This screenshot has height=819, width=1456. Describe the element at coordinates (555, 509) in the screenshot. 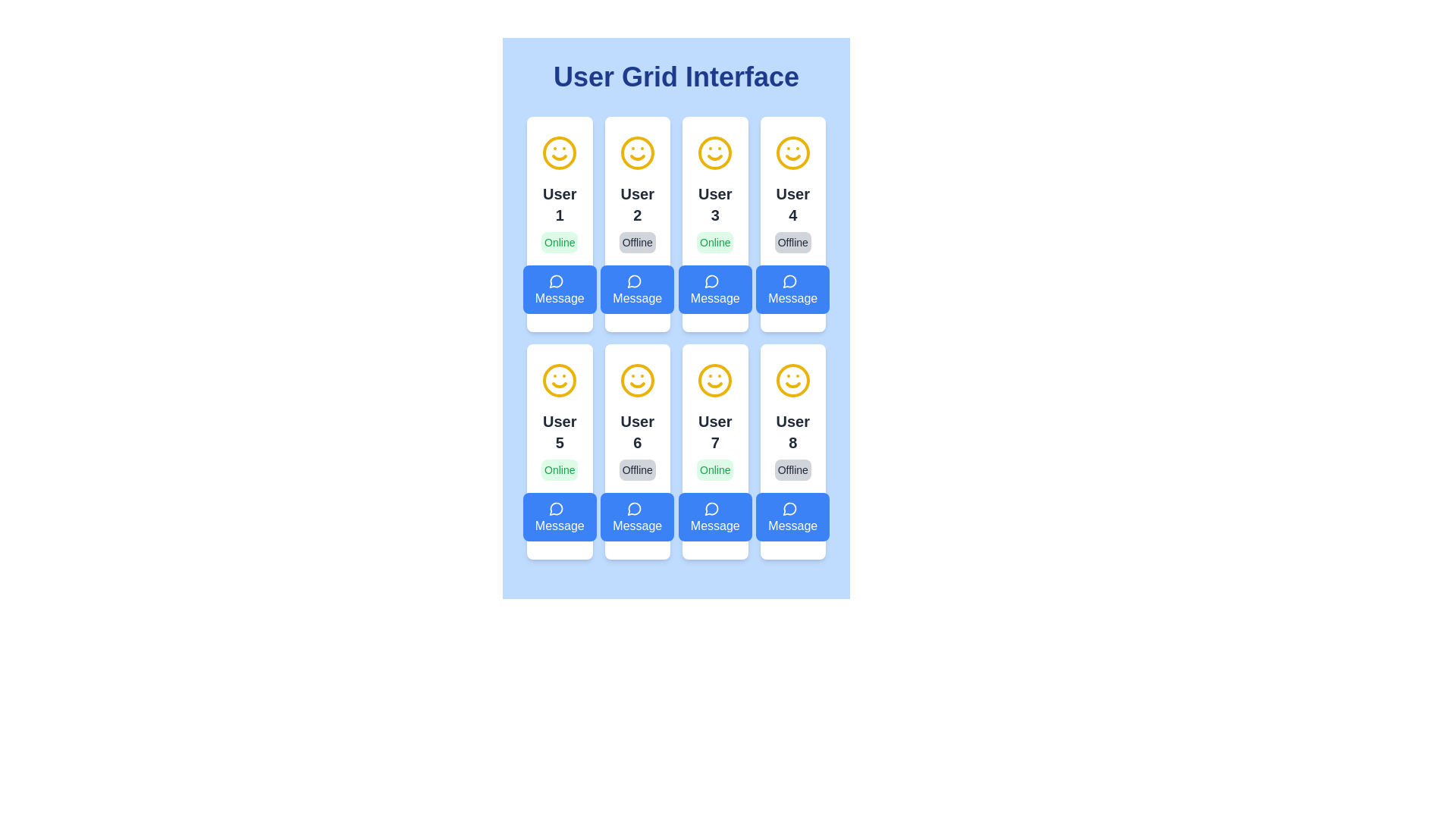

I see `the icon within the 'Message' button located under the 'User 5' section in the bottom-left part of the interface` at that location.